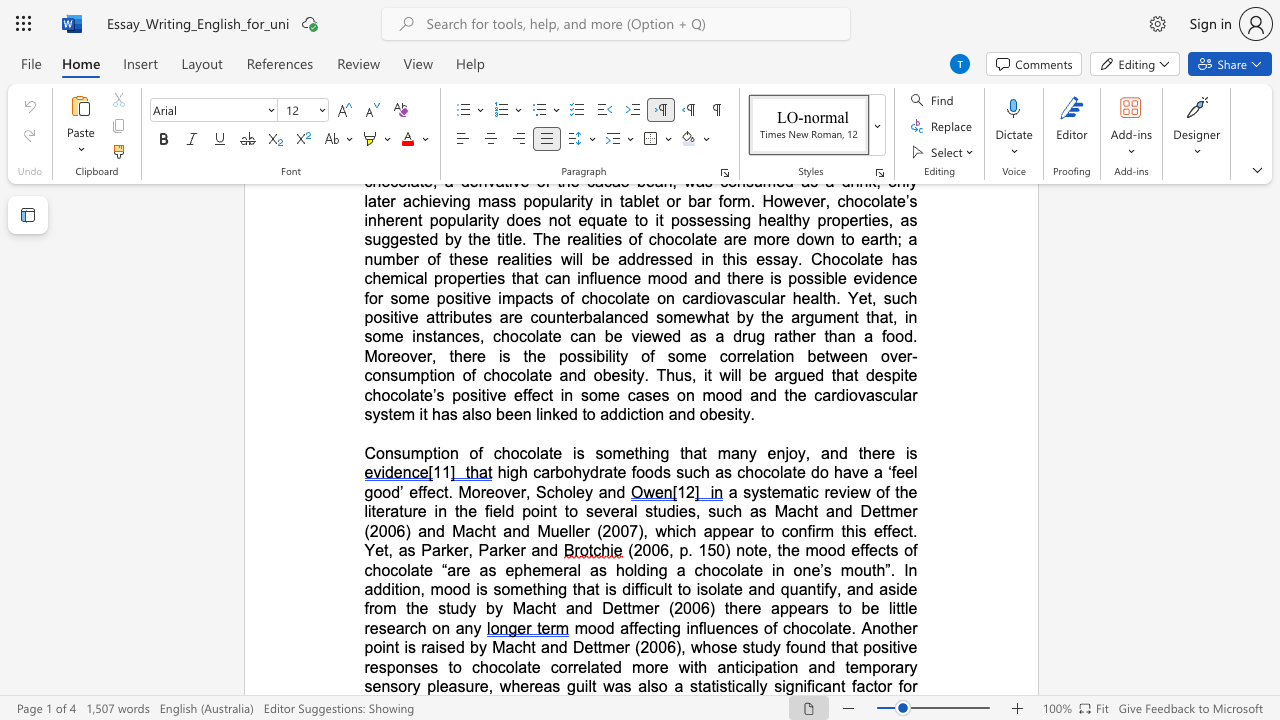 Image resolution: width=1280 pixels, height=720 pixels. Describe the element at coordinates (603, 647) in the screenshot. I see `the space between the continuous character "t" and "m" in the text` at that location.